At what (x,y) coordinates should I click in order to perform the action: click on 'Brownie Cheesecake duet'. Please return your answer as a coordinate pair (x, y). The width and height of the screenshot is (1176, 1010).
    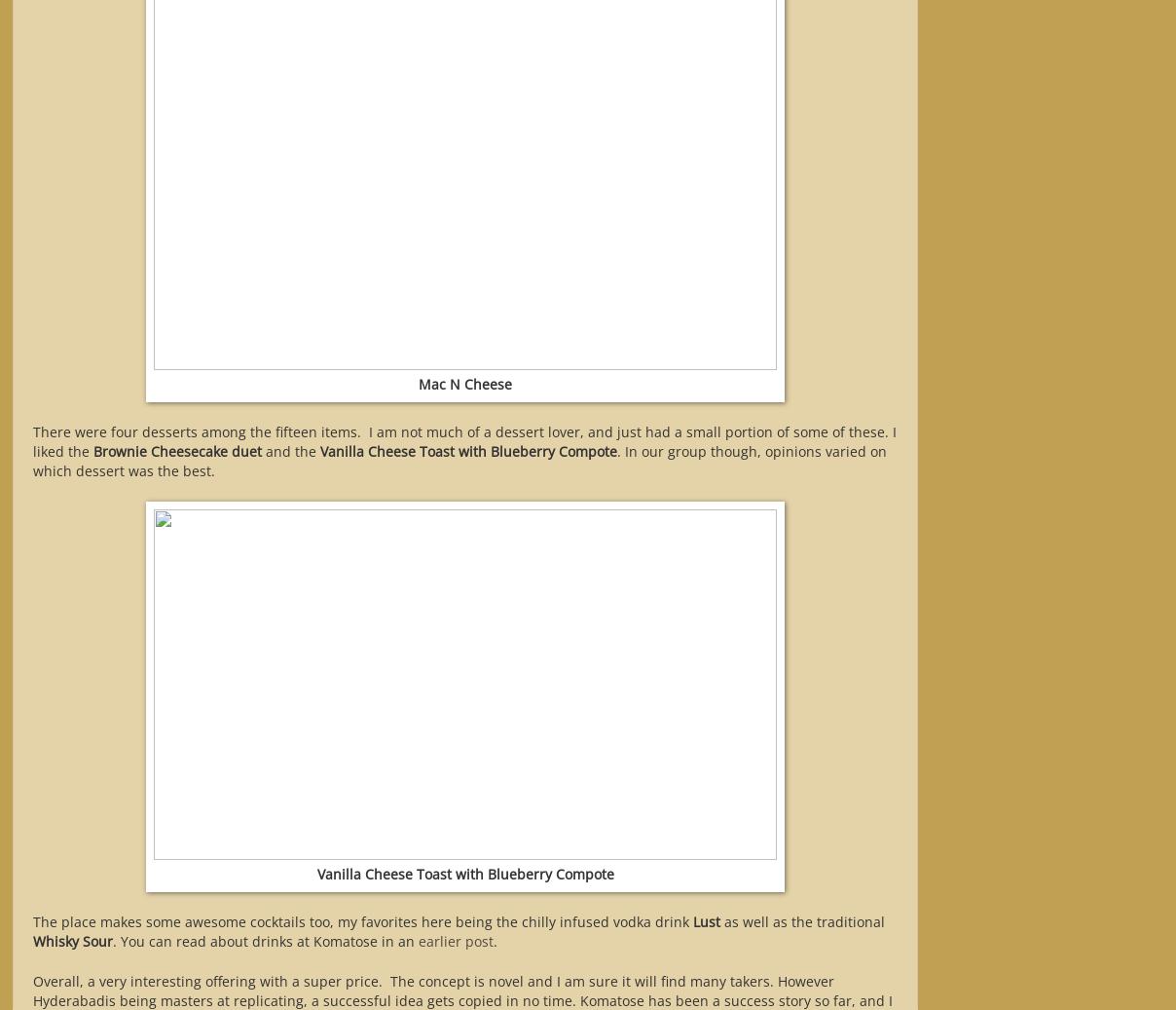
    Looking at the image, I should click on (177, 450).